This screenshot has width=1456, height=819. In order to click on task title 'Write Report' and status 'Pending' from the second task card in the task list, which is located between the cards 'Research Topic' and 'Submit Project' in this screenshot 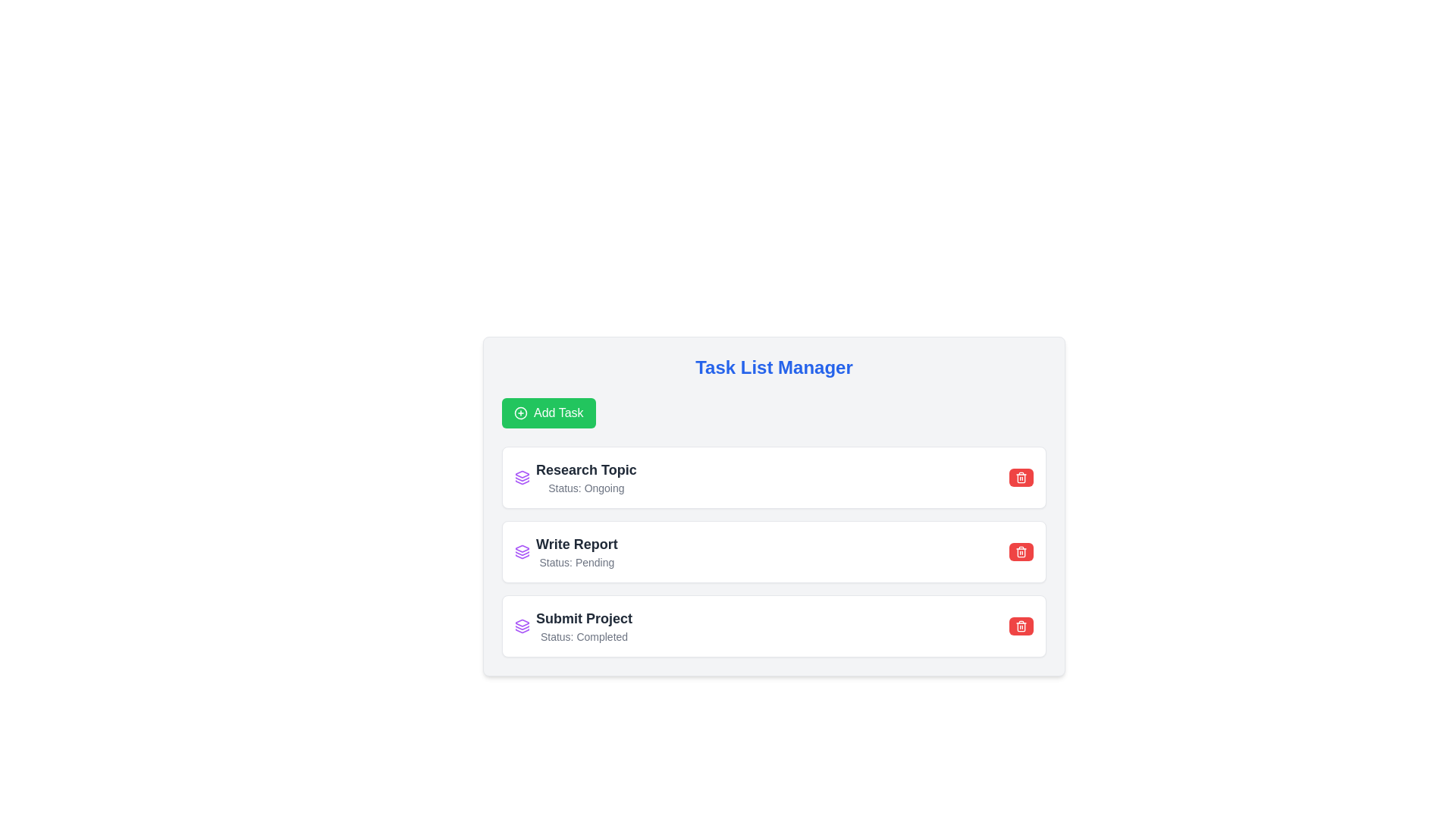, I will do `click(774, 552)`.